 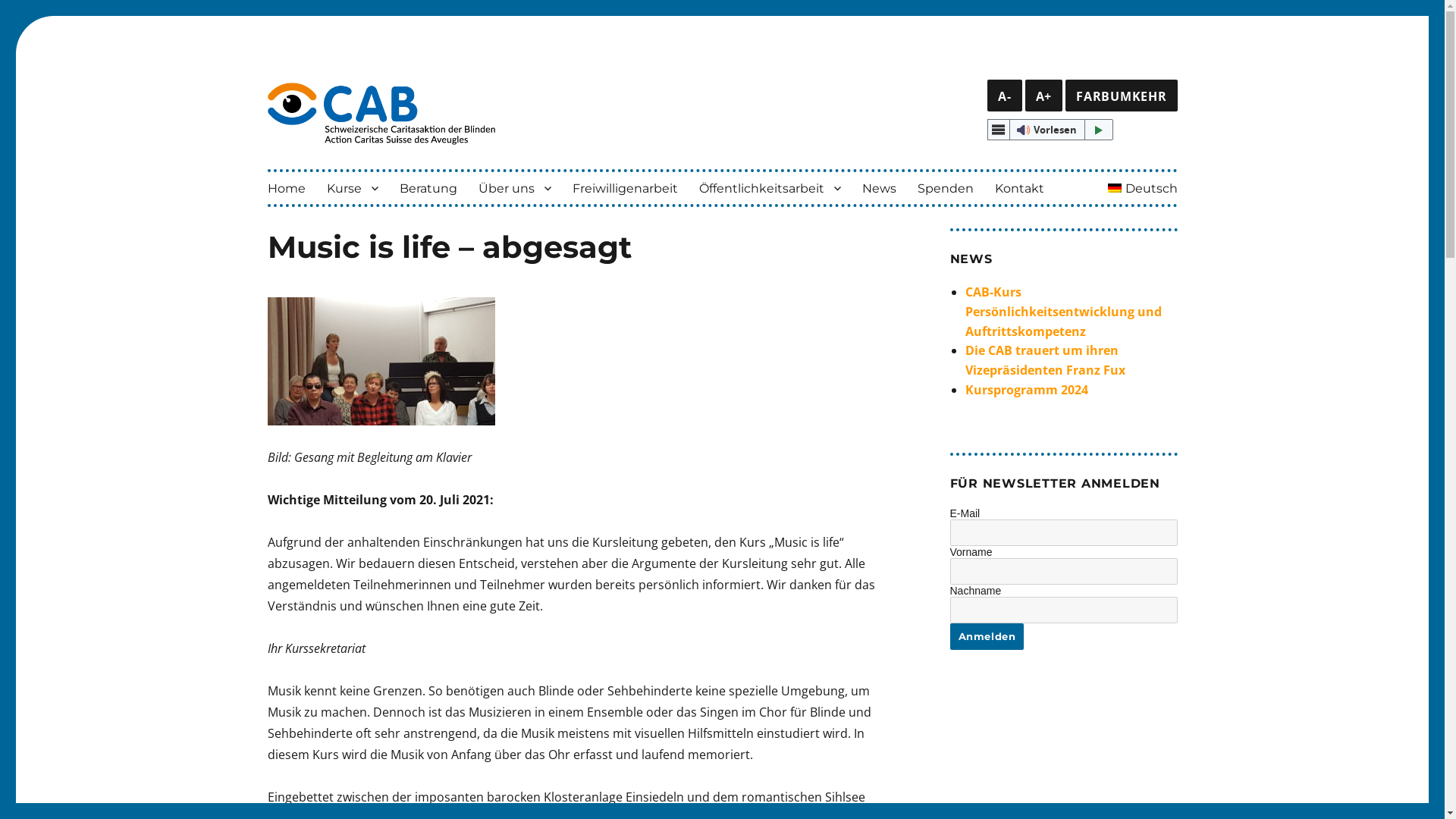 What do you see at coordinates (560, 187) in the screenshot?
I see `'Freiwilligenarbeit'` at bounding box center [560, 187].